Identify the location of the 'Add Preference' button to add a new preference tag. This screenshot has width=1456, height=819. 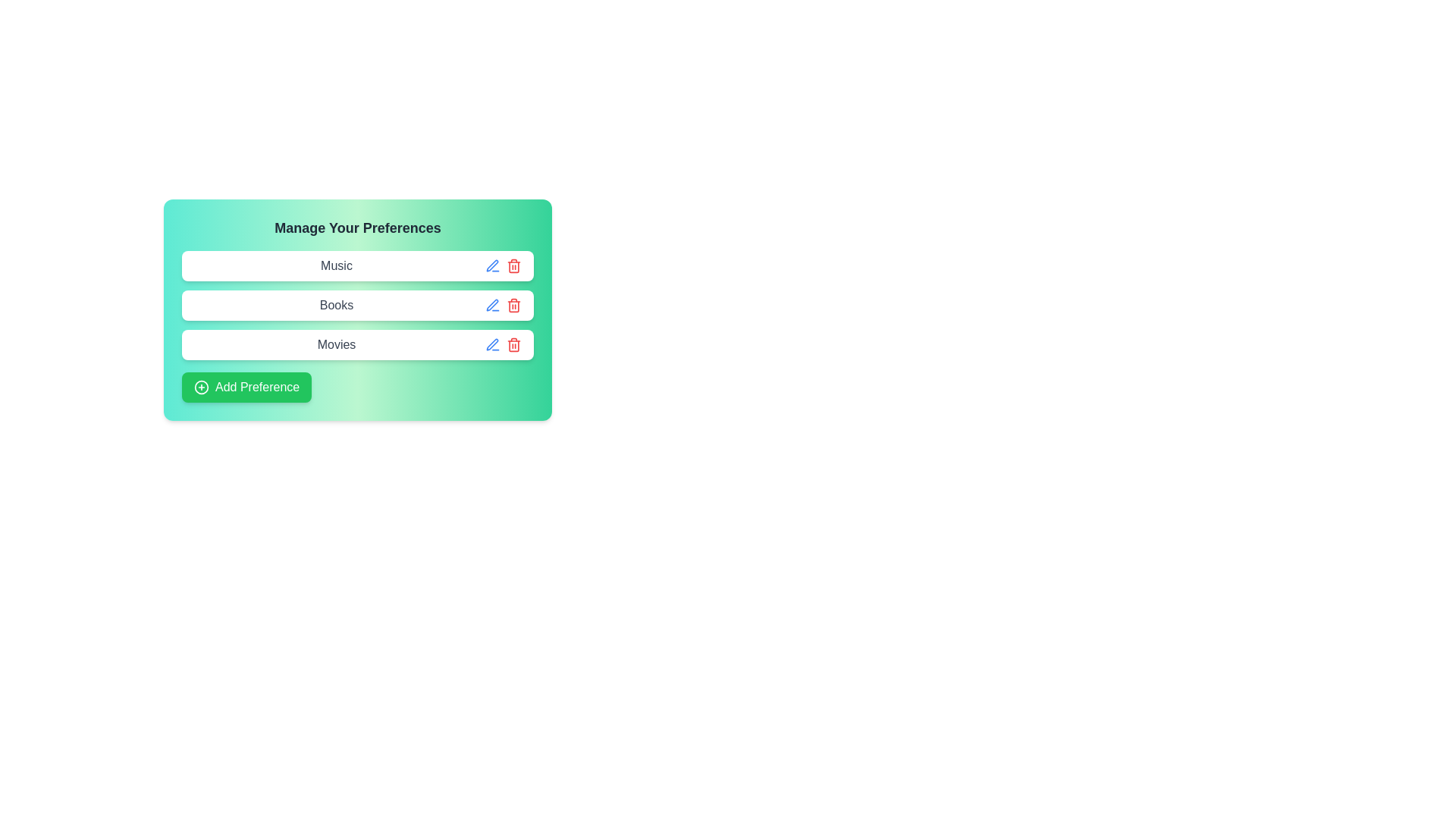
(246, 386).